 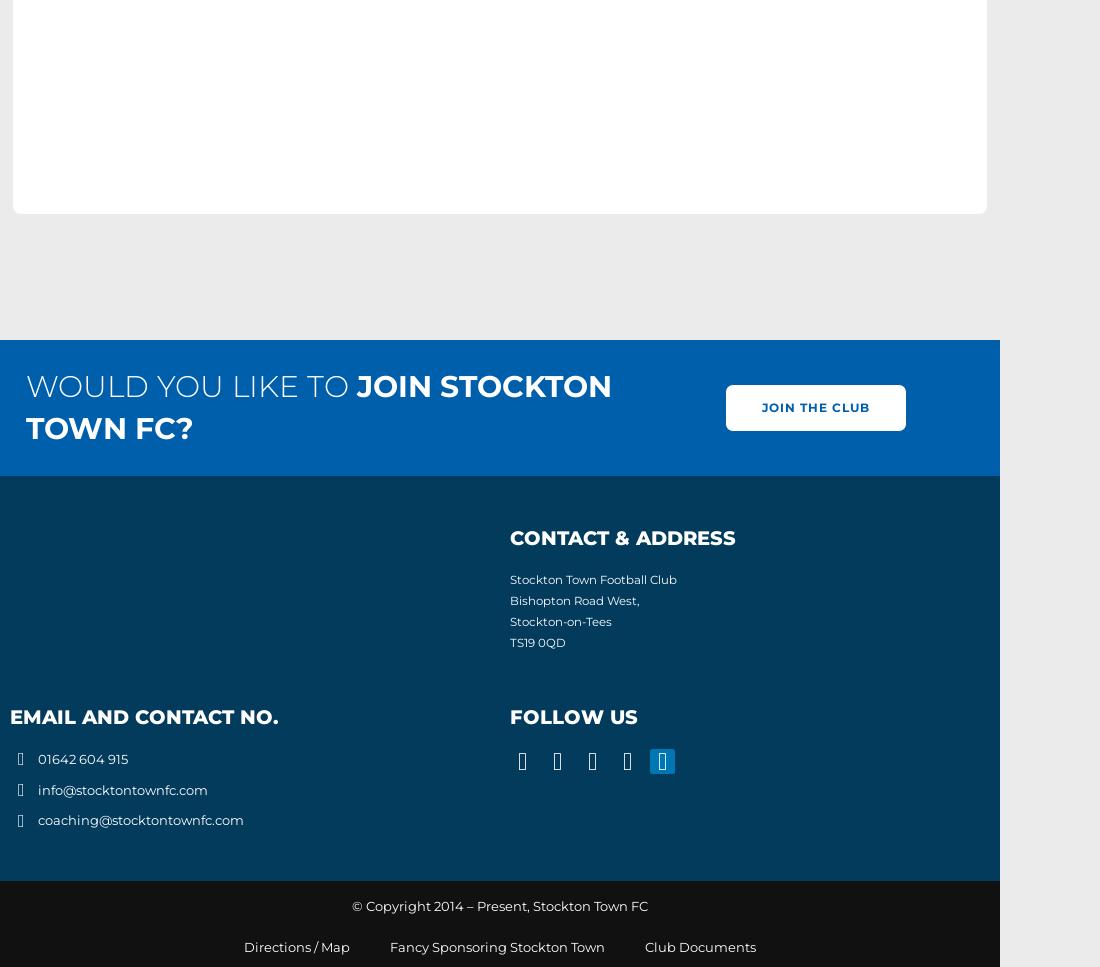 What do you see at coordinates (497, 945) in the screenshot?
I see `'Fancy Sponsoring Stockton Town'` at bounding box center [497, 945].